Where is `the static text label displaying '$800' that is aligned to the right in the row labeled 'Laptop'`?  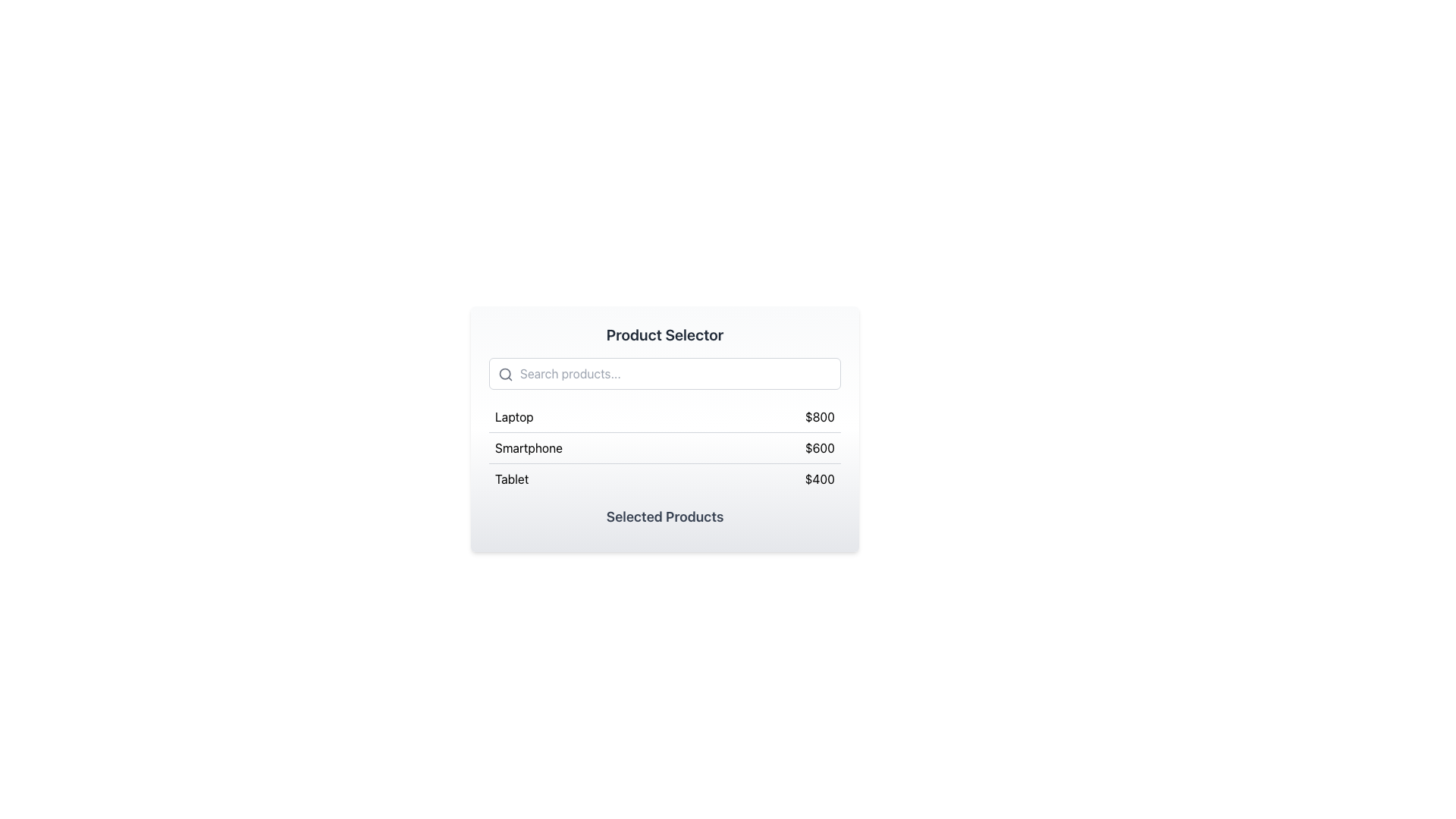
the static text label displaying '$800' that is aligned to the right in the row labeled 'Laptop' is located at coordinates (819, 417).